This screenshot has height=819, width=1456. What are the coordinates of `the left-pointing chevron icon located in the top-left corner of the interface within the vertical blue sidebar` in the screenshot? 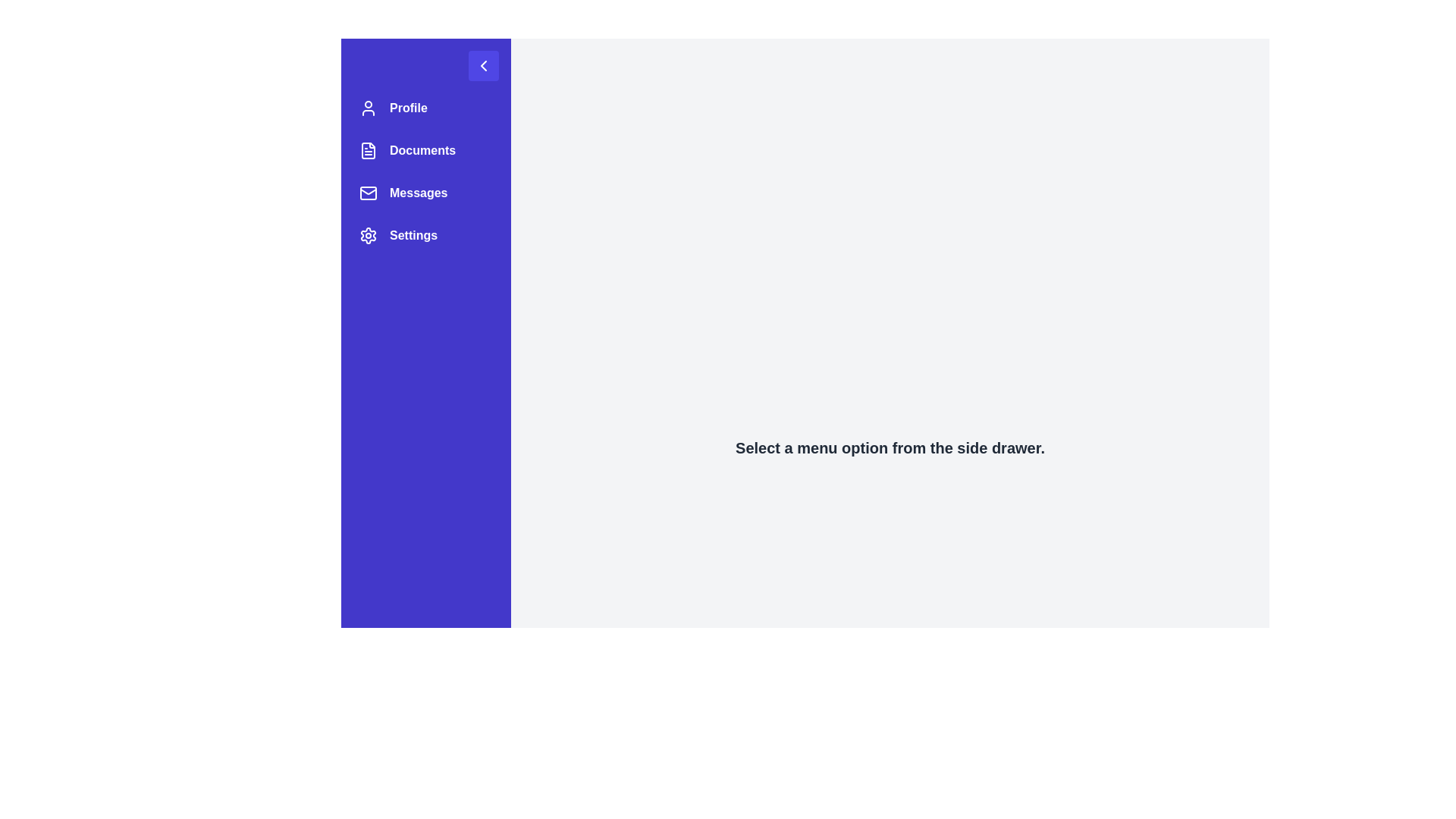 It's located at (483, 65).